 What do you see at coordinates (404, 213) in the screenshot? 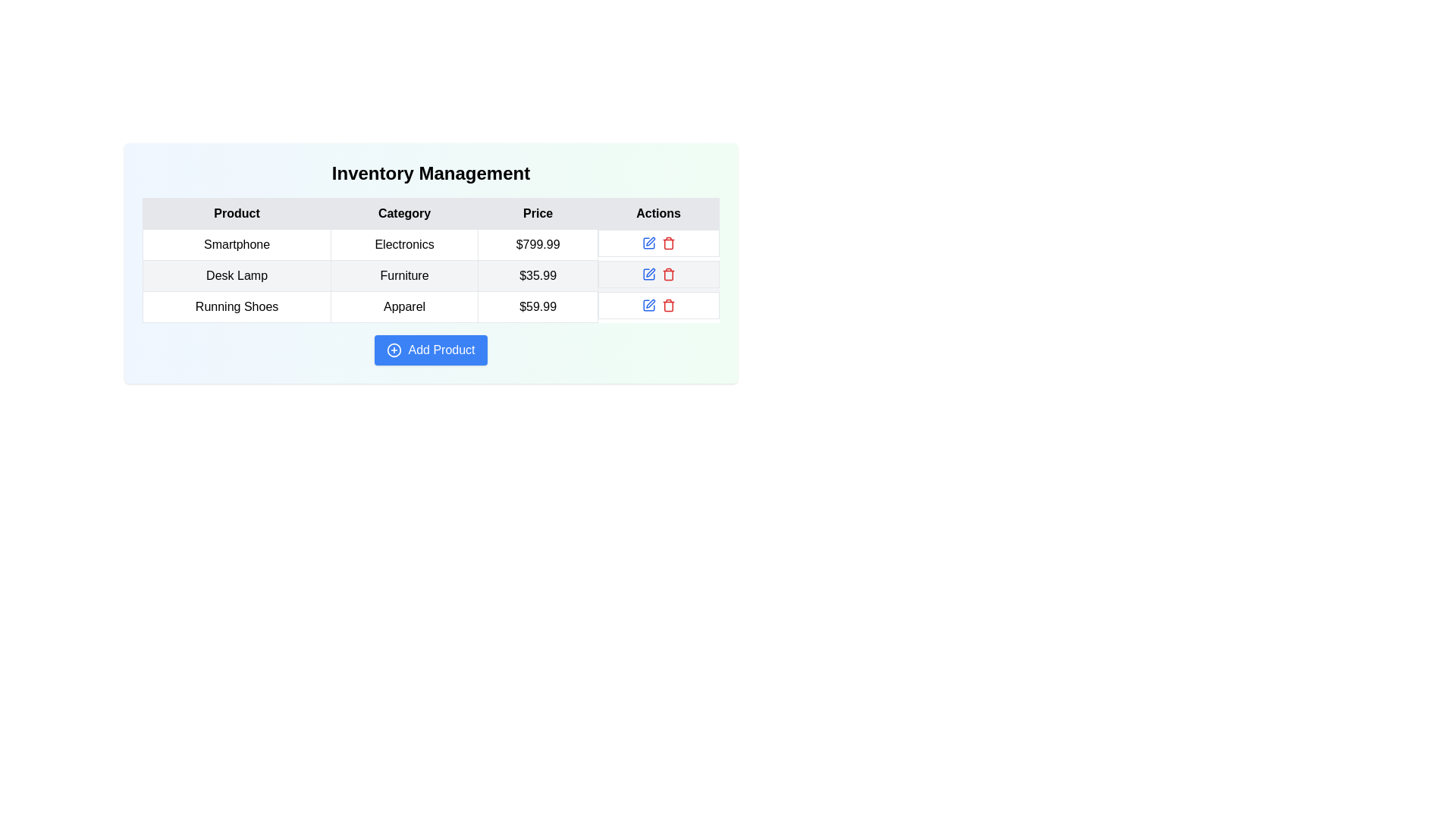
I see `header label for the 'Category' column in the table, which is the second item in the header row, positioned between the 'Product' and 'Price' headers` at bounding box center [404, 213].